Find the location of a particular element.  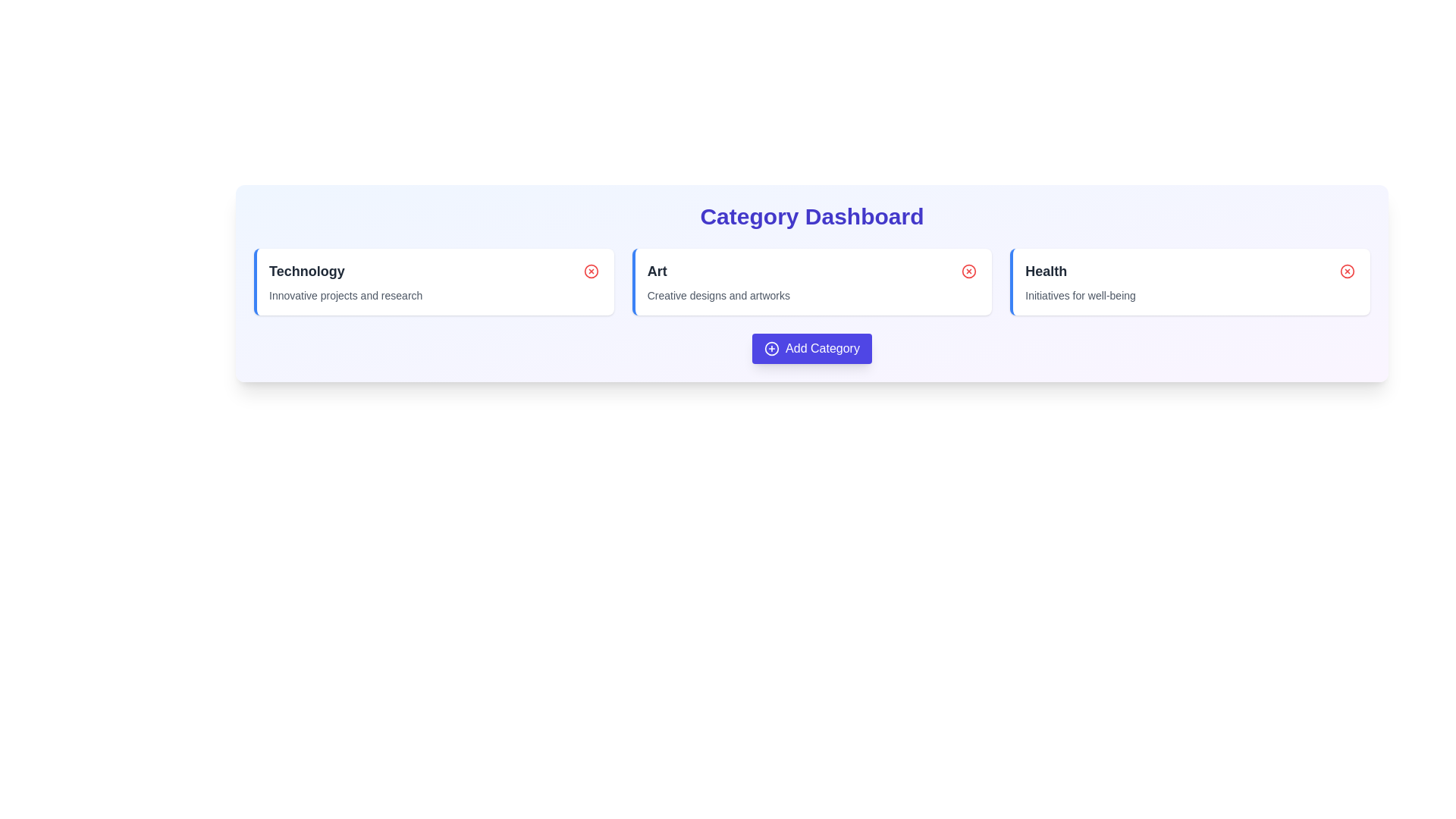

the text label displaying 'Creative designs and artworks' within the 'Art' card, which features a blue border on its left side is located at coordinates (717, 295).